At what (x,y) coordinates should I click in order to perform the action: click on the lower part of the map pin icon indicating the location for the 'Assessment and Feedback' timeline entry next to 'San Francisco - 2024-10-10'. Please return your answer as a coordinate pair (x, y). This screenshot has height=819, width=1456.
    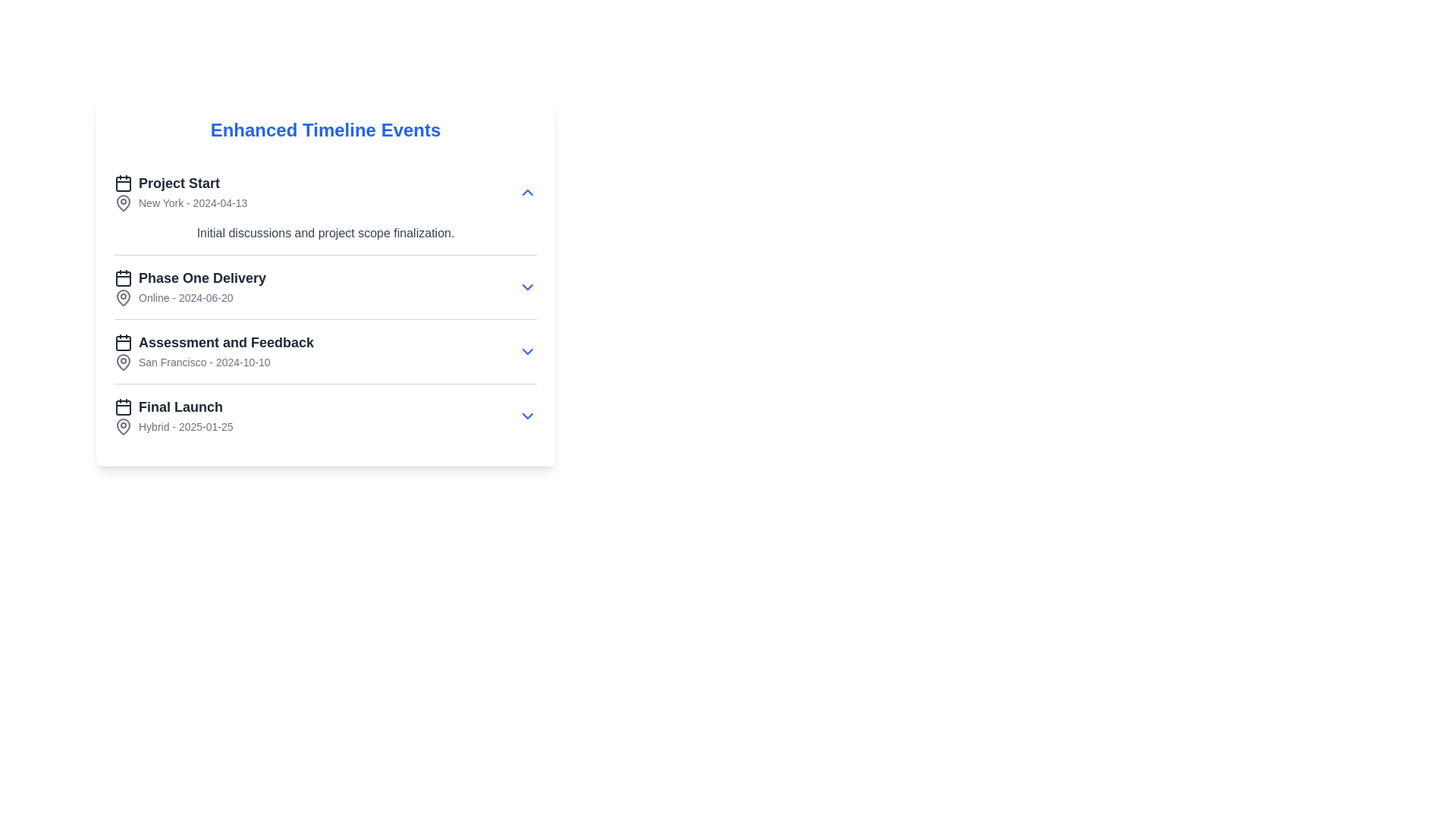
    Looking at the image, I should click on (124, 362).